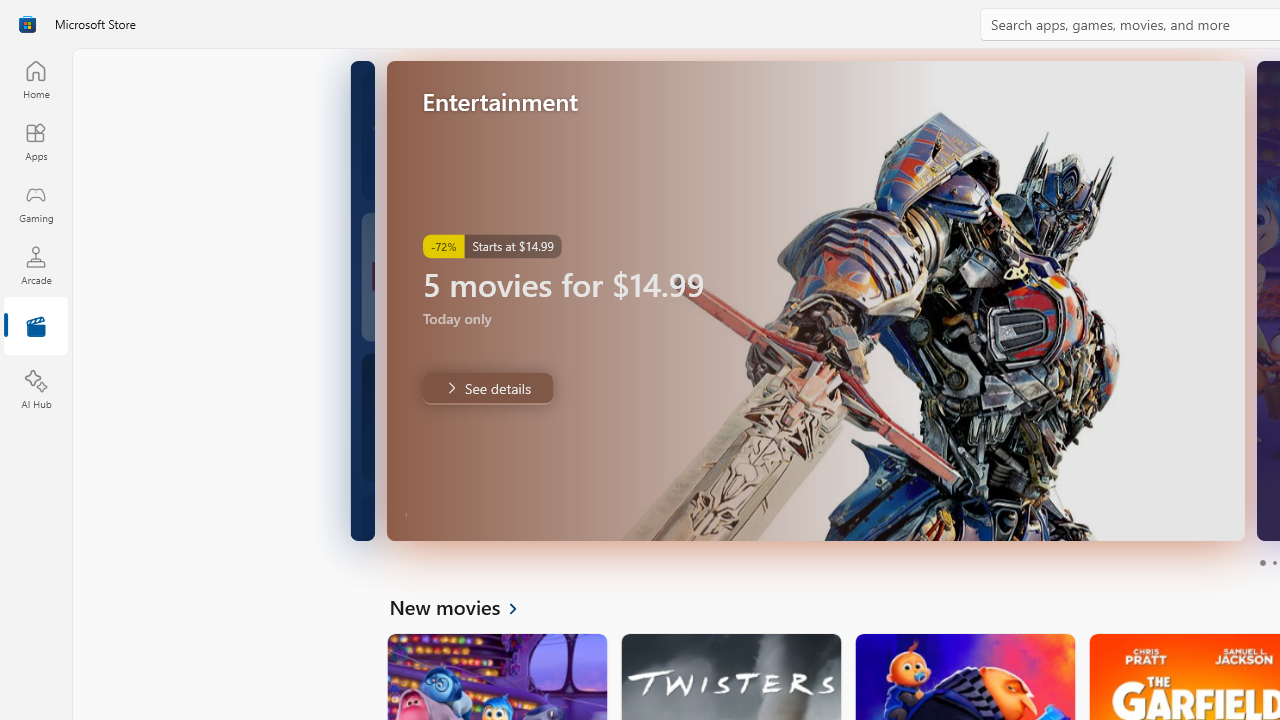 The width and height of the screenshot is (1280, 720). Describe the element at coordinates (35, 78) in the screenshot. I see `'Home'` at that location.